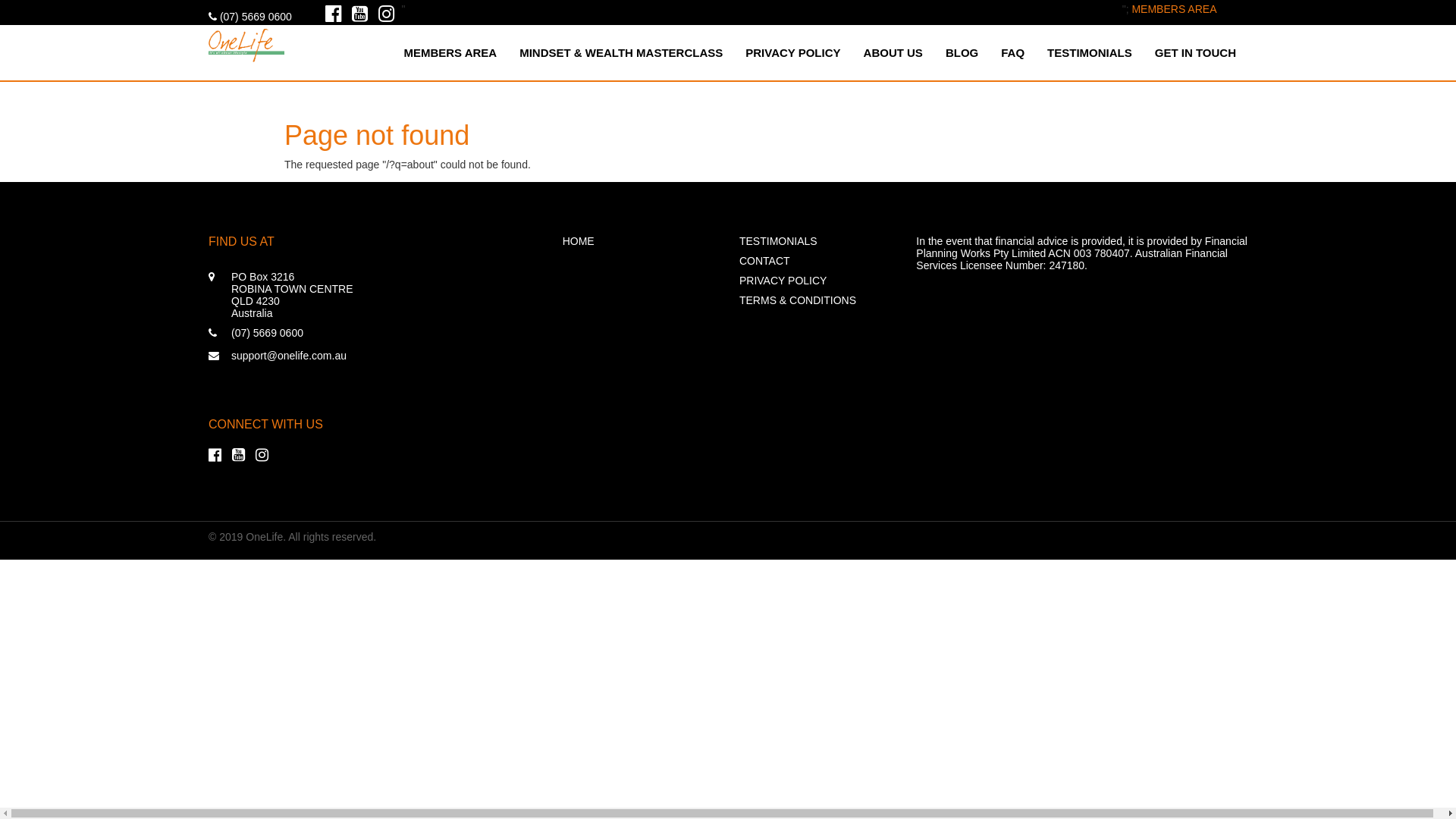 The width and height of the screenshot is (1456, 819). What do you see at coordinates (734, 52) in the screenshot?
I see `'PRIVACY POLICY'` at bounding box center [734, 52].